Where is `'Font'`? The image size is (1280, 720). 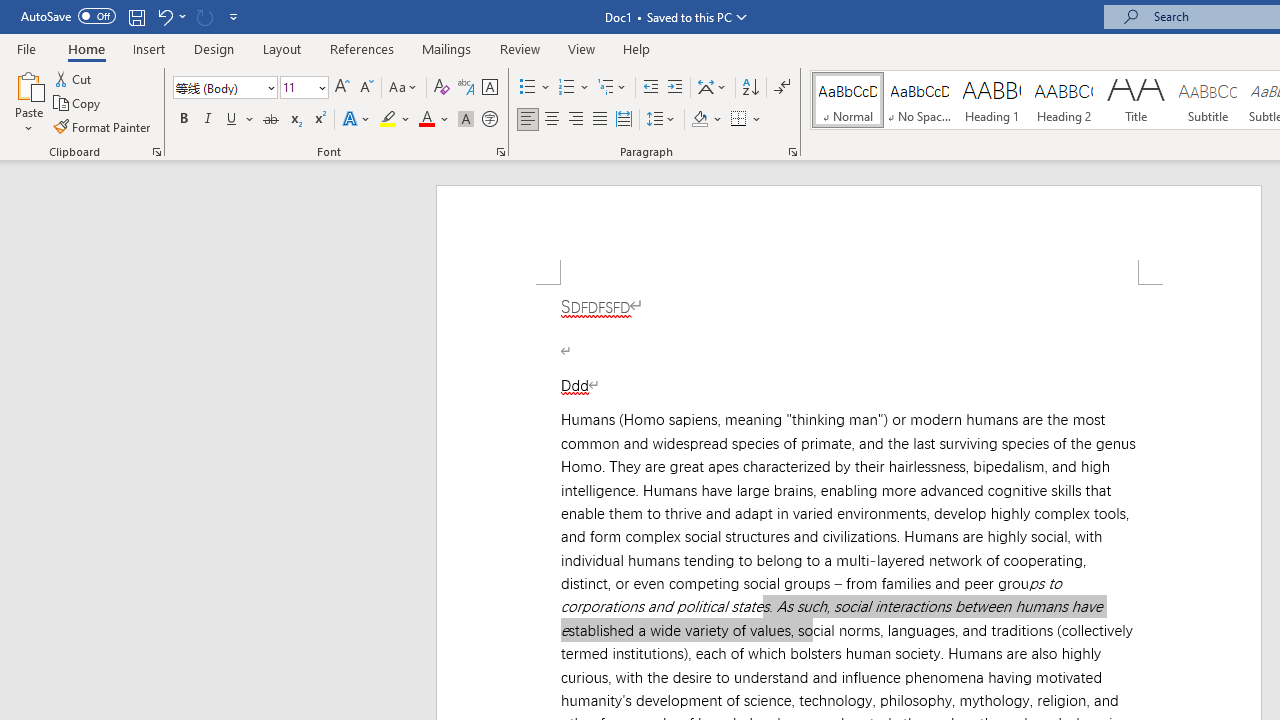
'Font' is located at coordinates (218, 86).